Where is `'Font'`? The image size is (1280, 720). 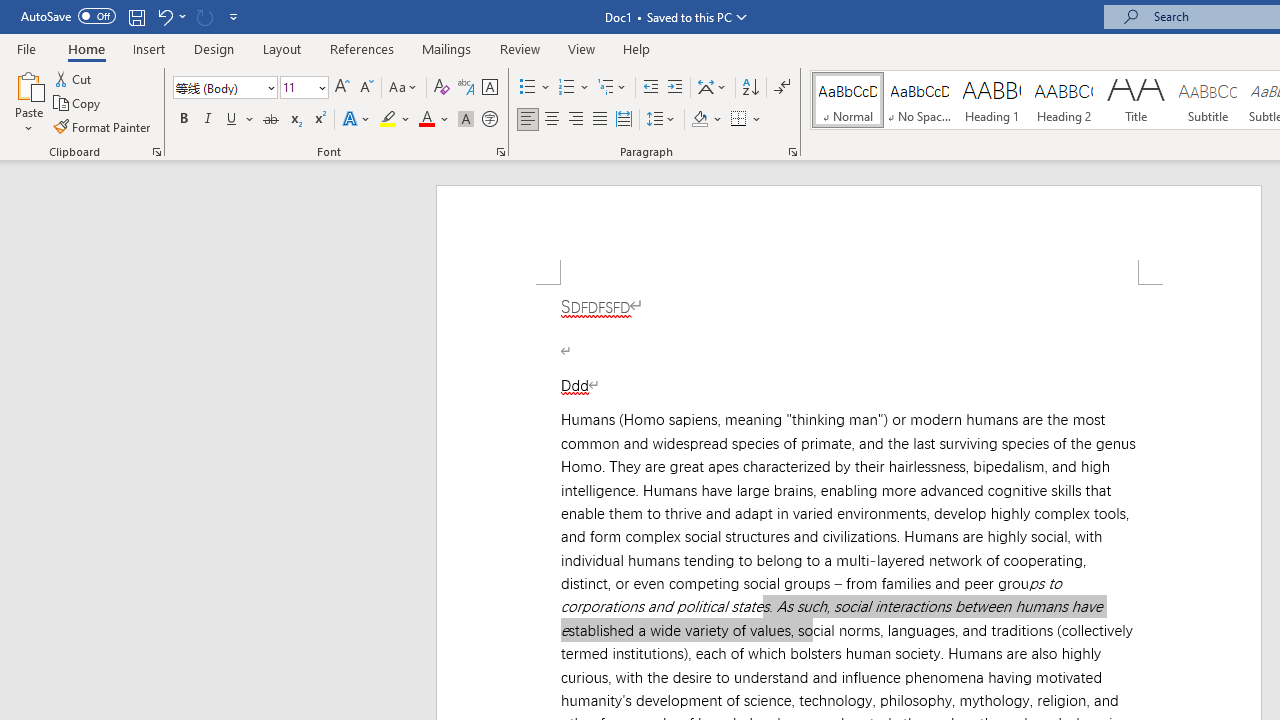
'Font' is located at coordinates (218, 86).